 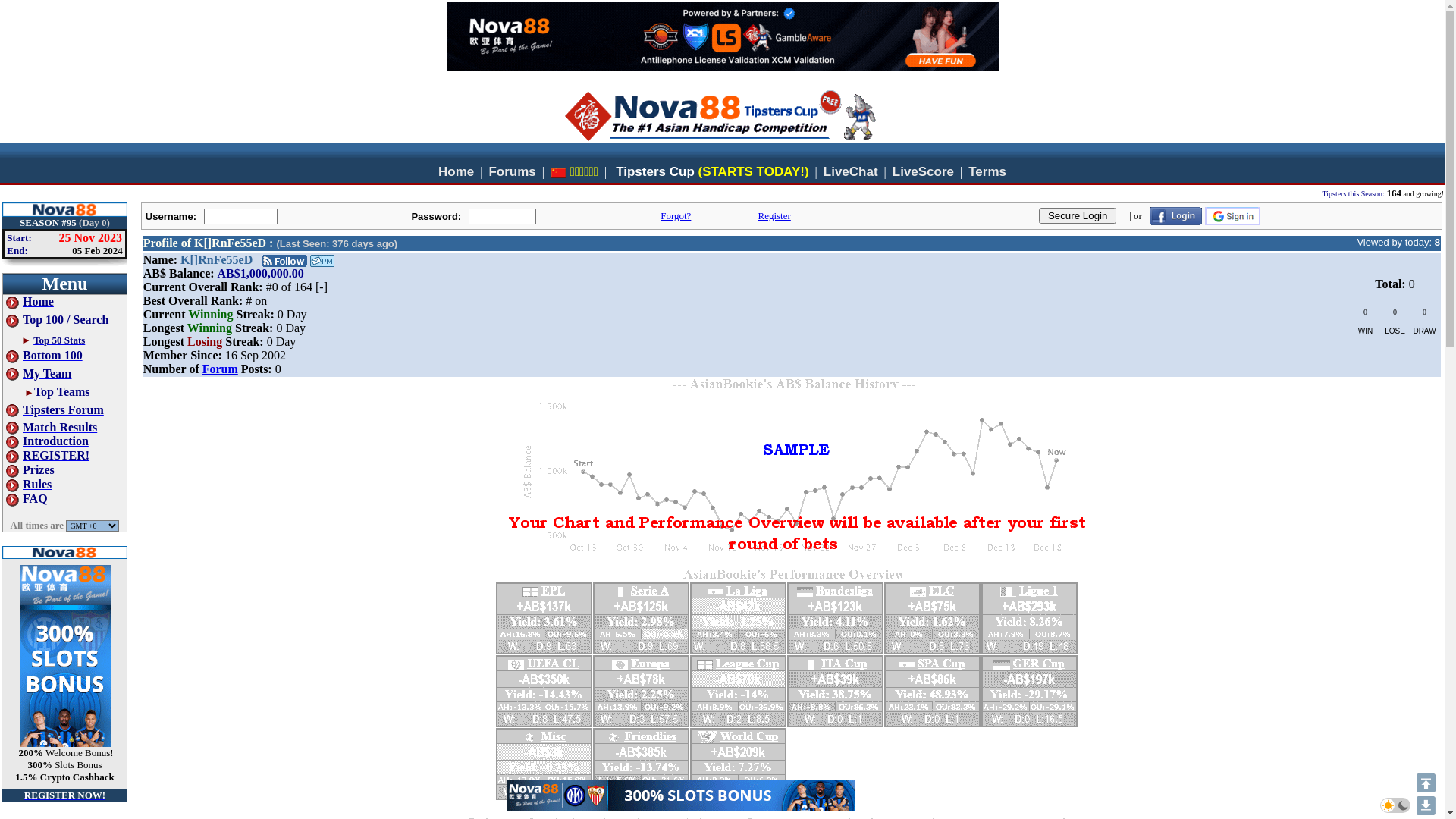 What do you see at coordinates (55, 409) in the screenshot?
I see `'Tipsters Forum'` at bounding box center [55, 409].